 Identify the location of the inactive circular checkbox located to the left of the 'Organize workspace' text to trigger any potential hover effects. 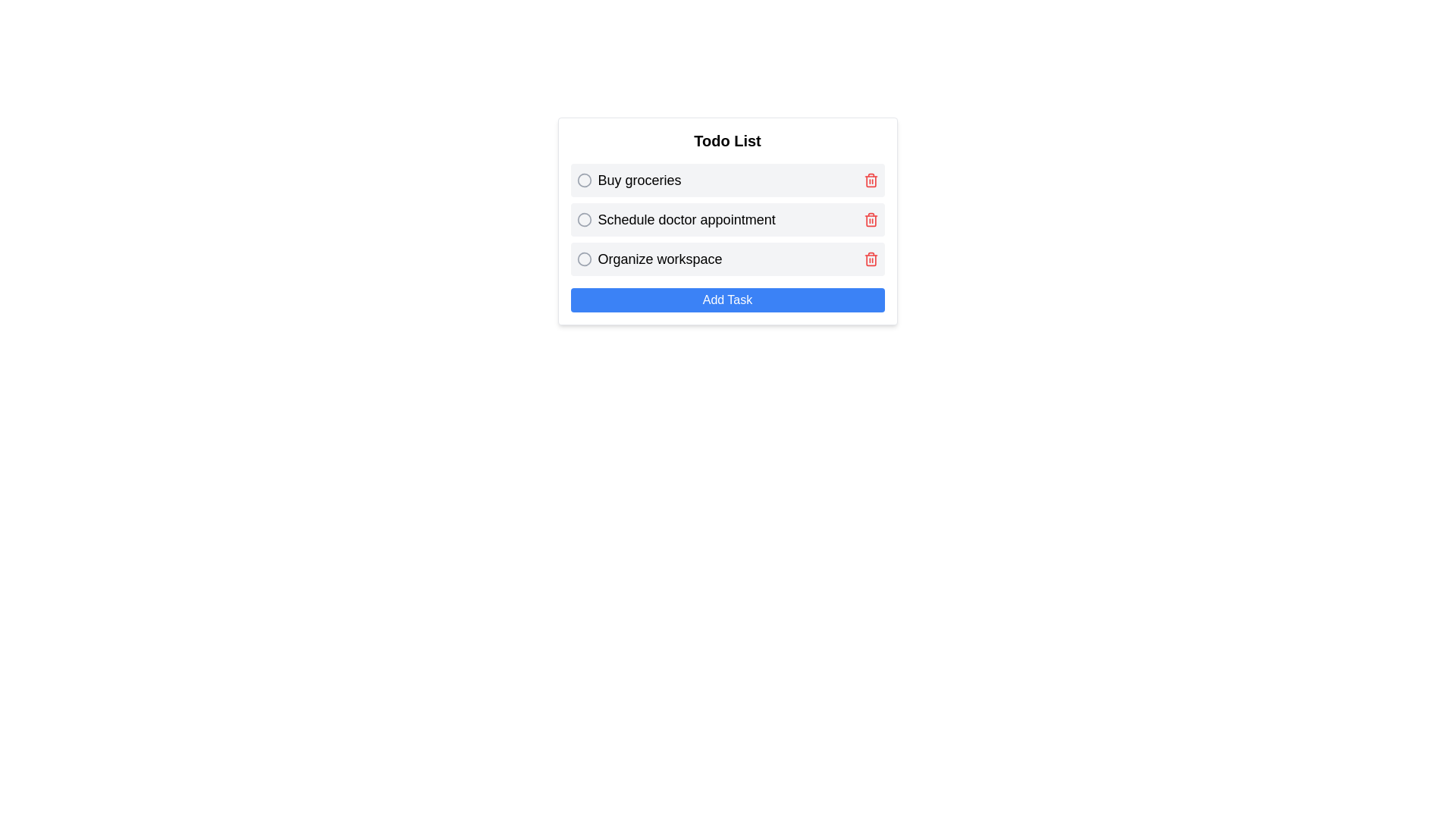
(583, 259).